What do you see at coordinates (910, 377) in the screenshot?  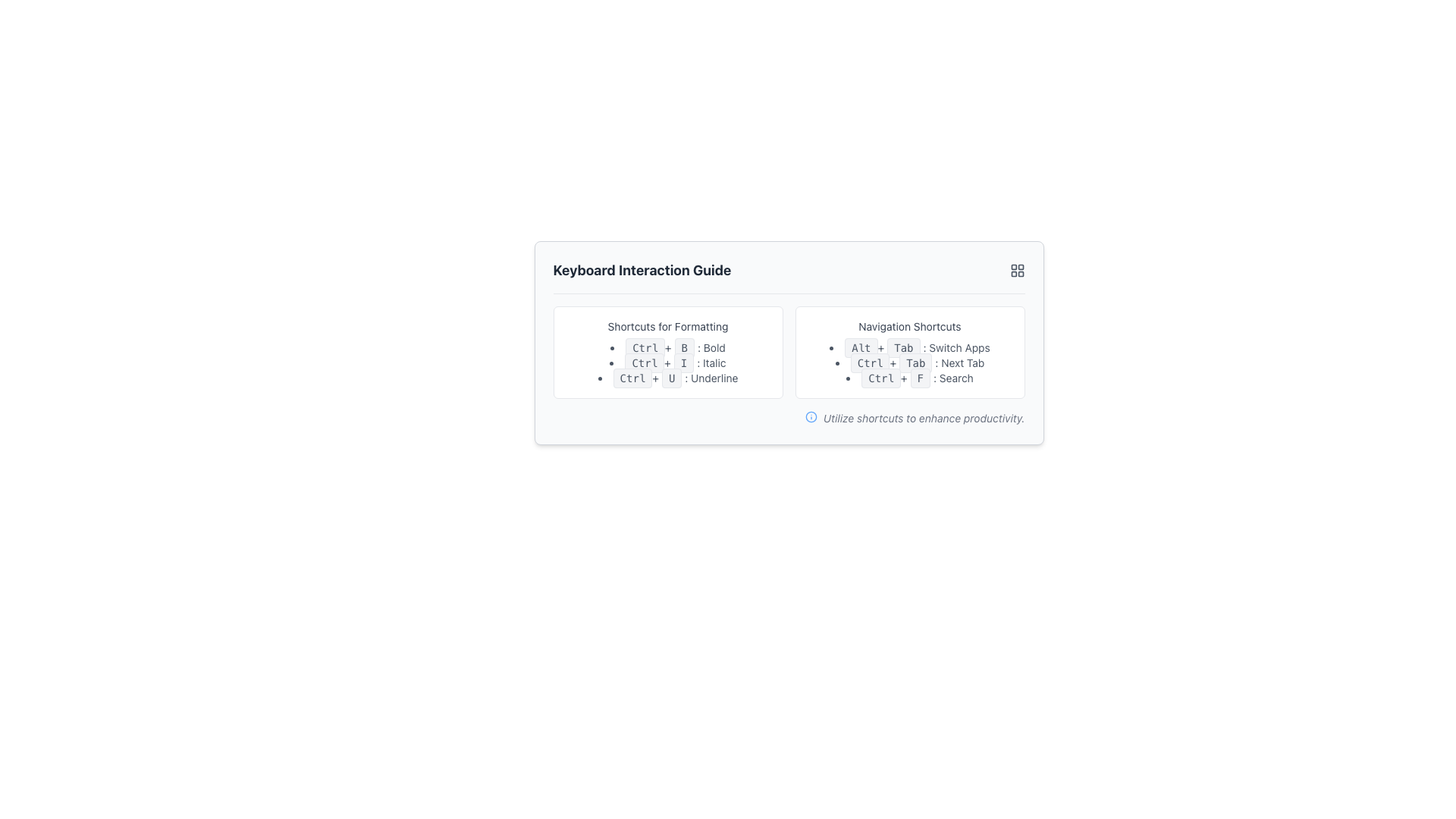 I see `informational content displaying the keyboard shortcut 'Ctrl+F' and its functionality 'Search', which is the third item in the 'Navigation Shortcuts' list` at bounding box center [910, 377].